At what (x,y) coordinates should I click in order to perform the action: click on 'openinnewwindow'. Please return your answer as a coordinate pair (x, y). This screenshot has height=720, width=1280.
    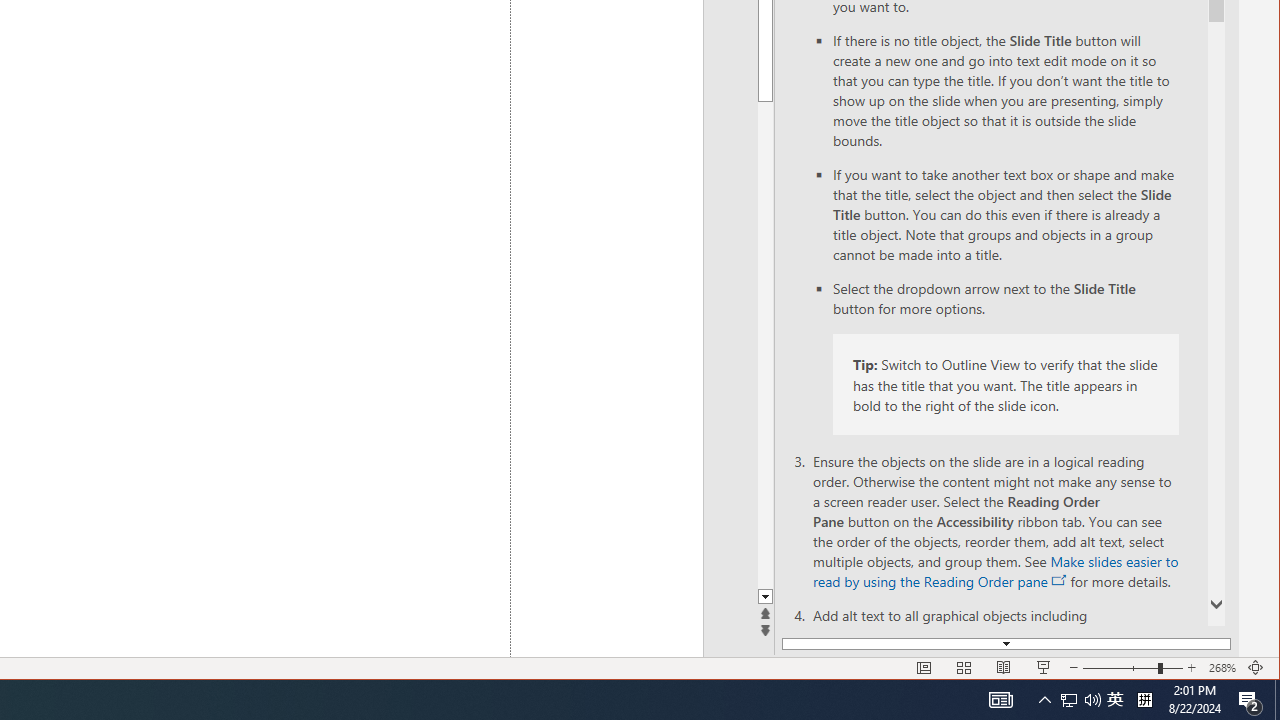
    Looking at the image, I should click on (1058, 581).